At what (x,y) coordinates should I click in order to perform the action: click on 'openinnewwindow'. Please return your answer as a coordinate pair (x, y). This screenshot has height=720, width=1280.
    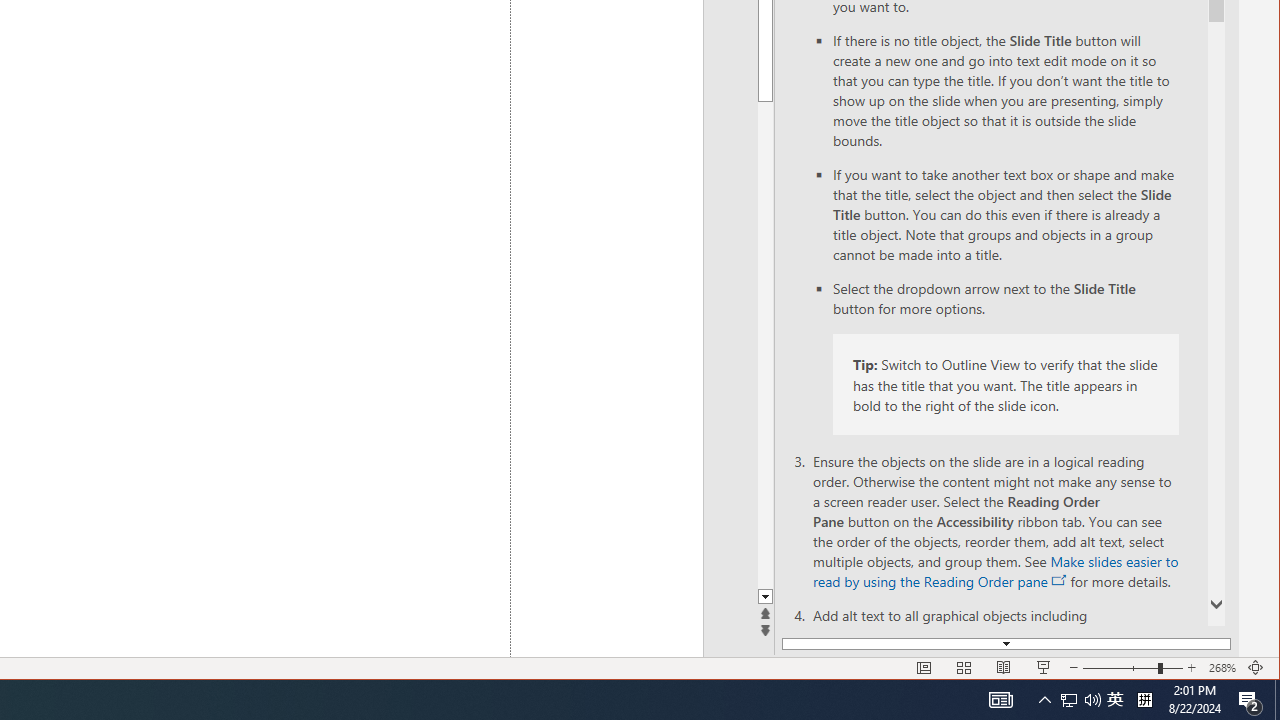
    Looking at the image, I should click on (1058, 581).